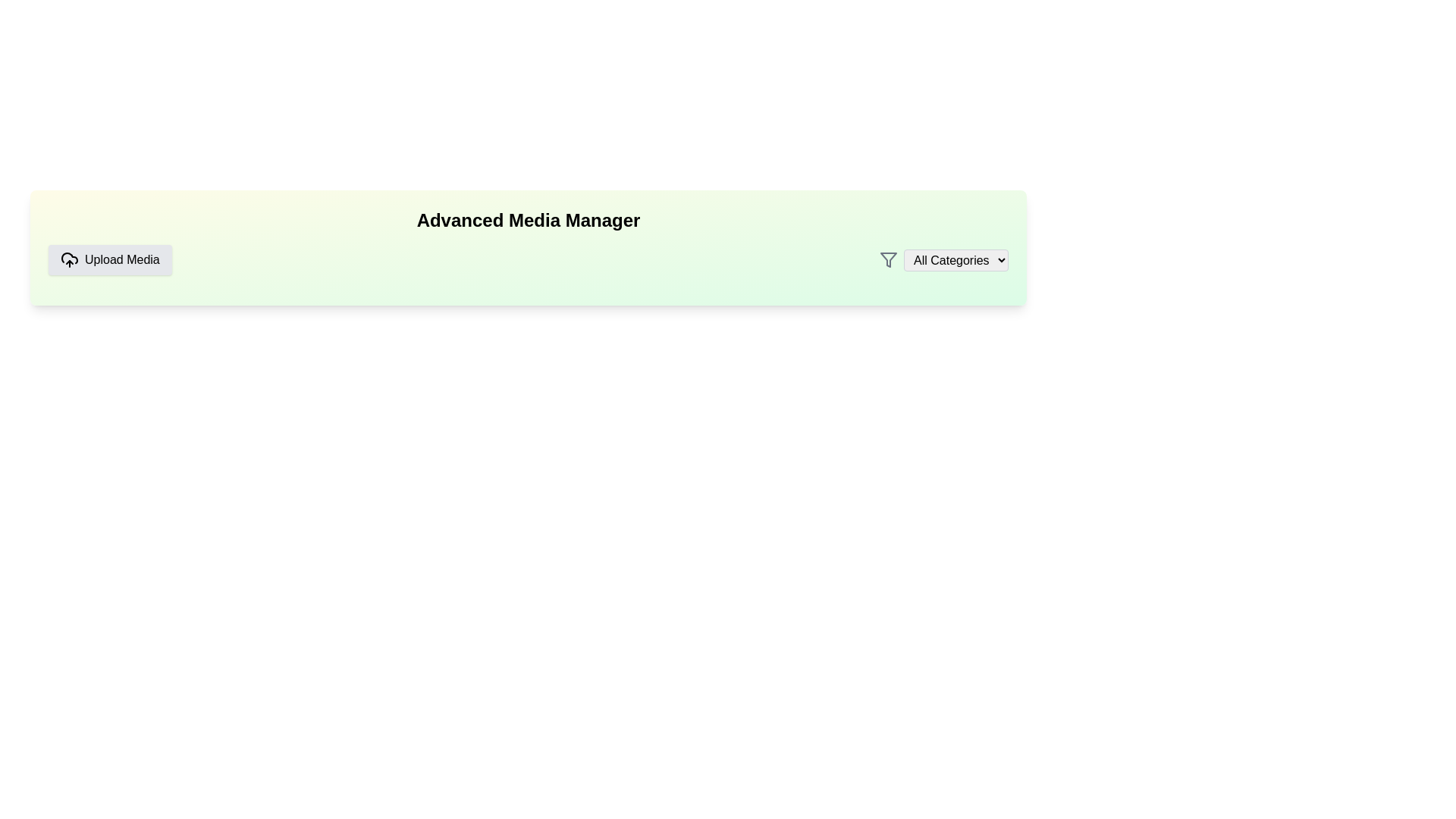  I want to click on the filtering SVG icon located directly to the left of the 'All Categories' dropdown menu, so click(888, 259).